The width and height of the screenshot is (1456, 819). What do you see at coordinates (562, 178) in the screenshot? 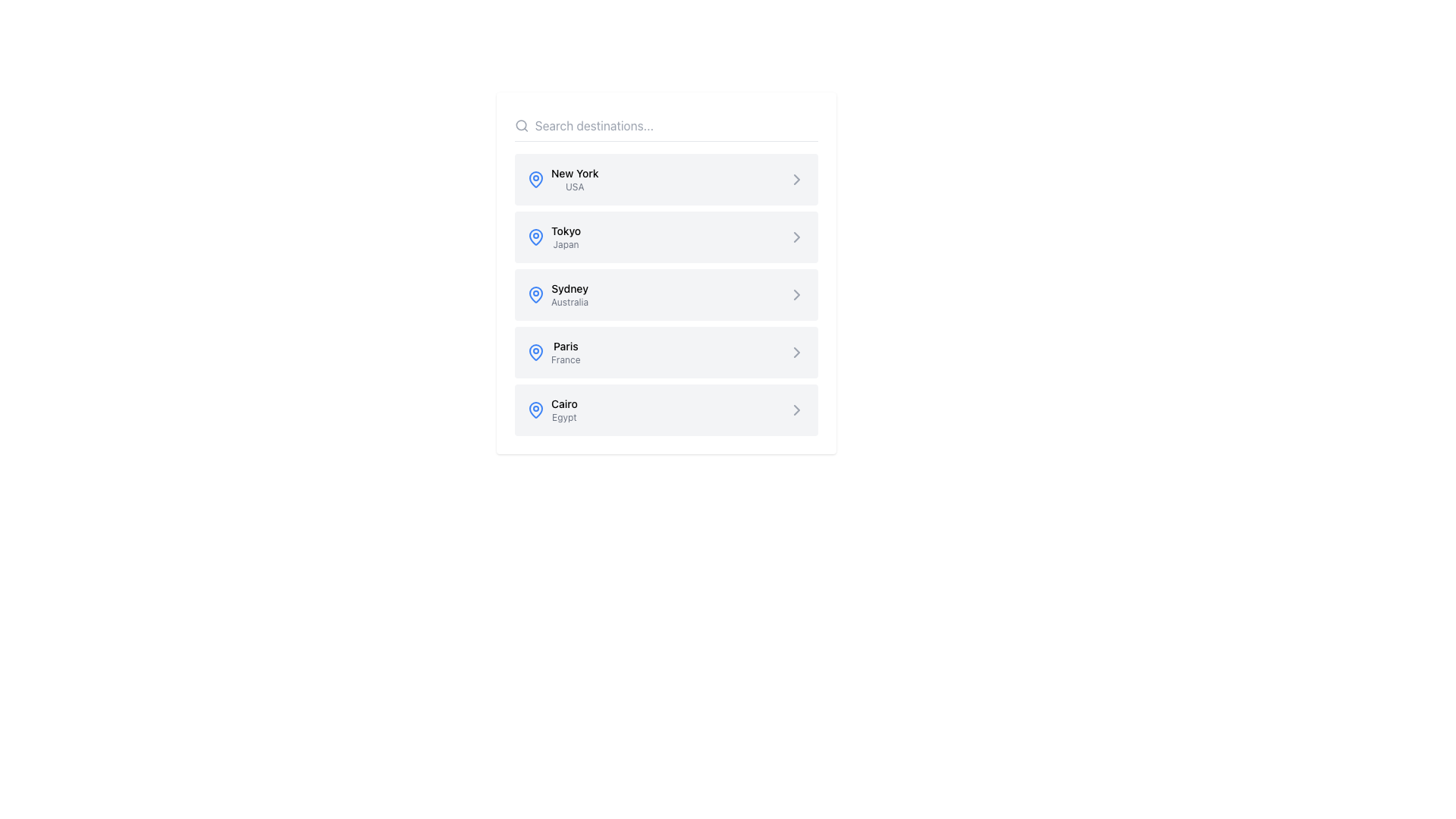
I see `the 'New York, USA' text within the first list item of the vertical menu` at bounding box center [562, 178].